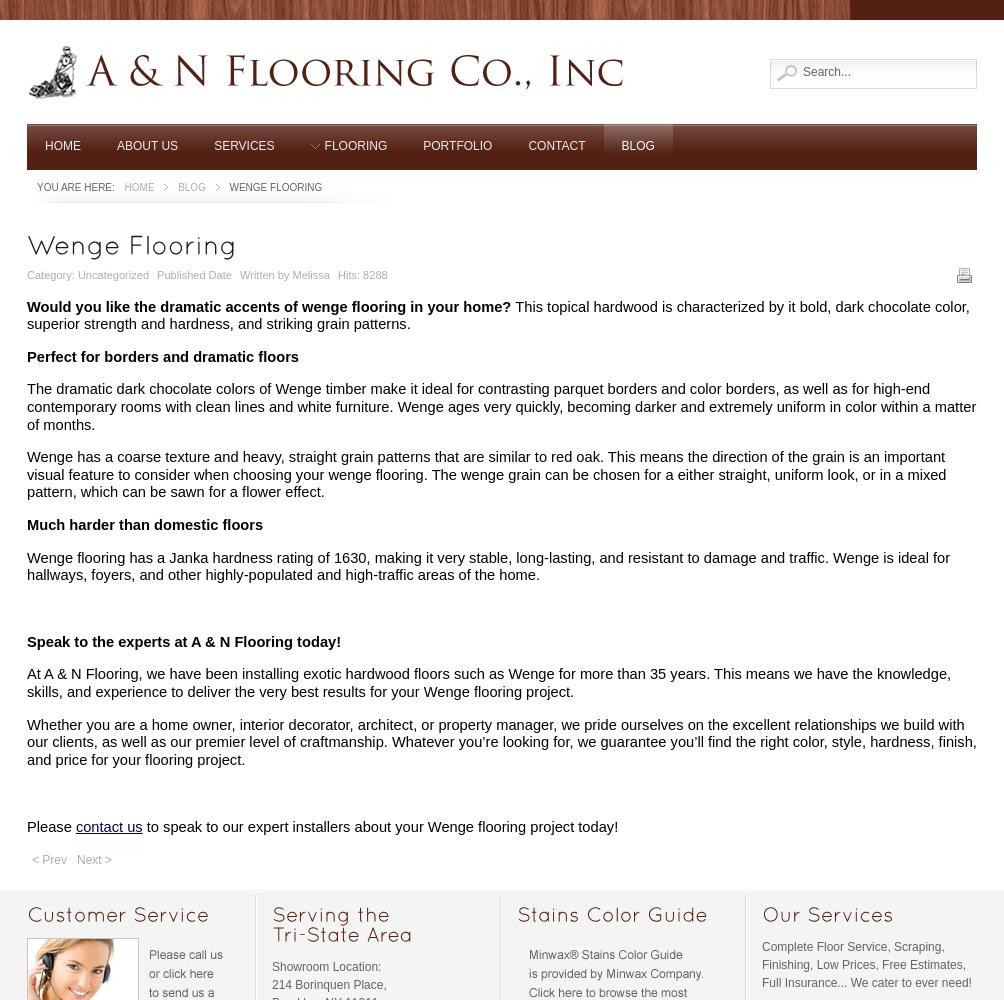  What do you see at coordinates (866, 964) in the screenshot?
I see `'Complete Floor Service, Scraping, Finishing, Low Prices, Free Estimates, Full Insurance... We cater to ever need!'` at bounding box center [866, 964].